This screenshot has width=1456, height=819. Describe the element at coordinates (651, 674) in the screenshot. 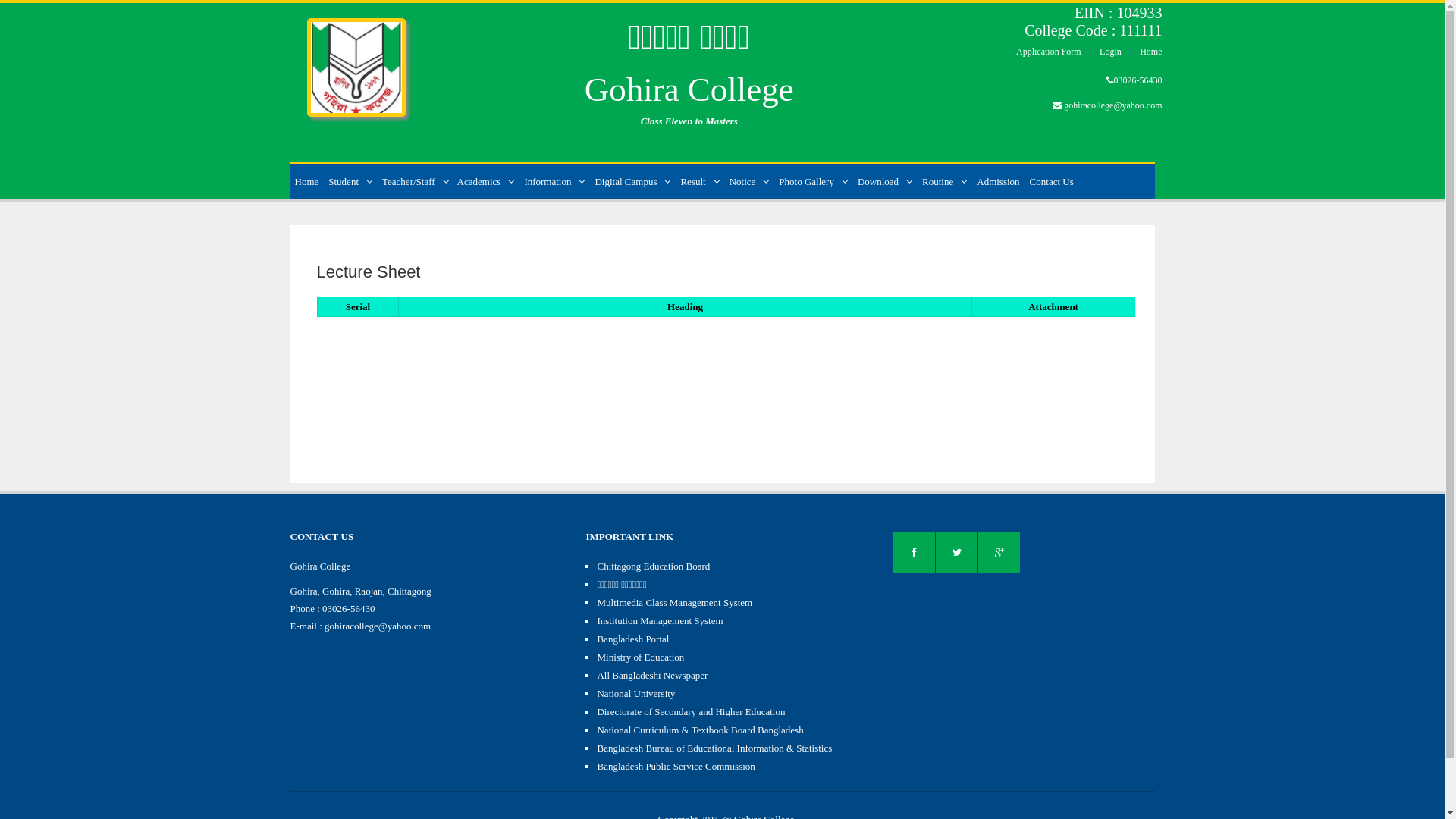

I see `'All Bangladeshi Newspaper'` at that location.